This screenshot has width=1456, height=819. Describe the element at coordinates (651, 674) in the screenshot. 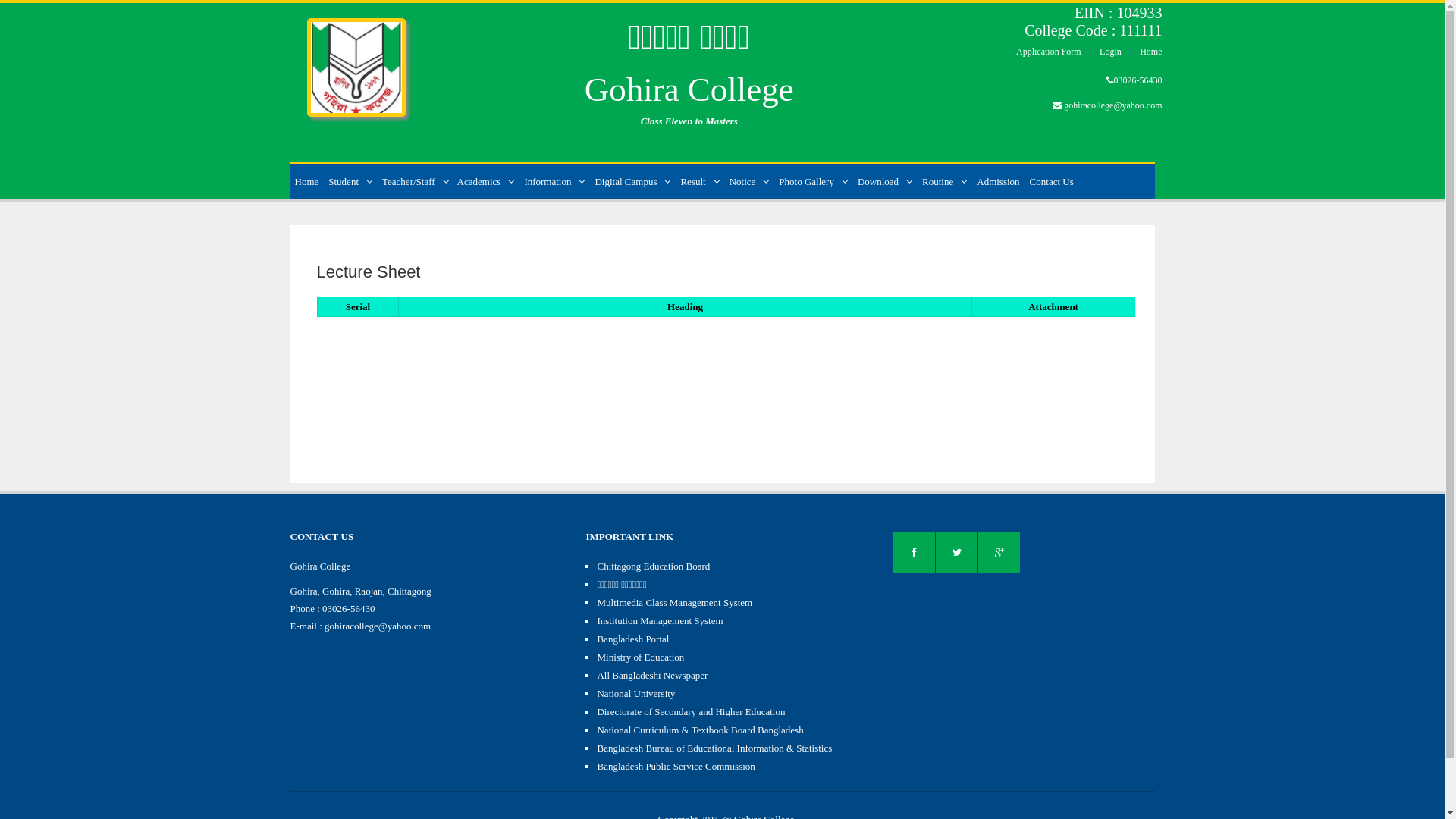

I see `'All Bangladeshi Newspaper'` at that location.